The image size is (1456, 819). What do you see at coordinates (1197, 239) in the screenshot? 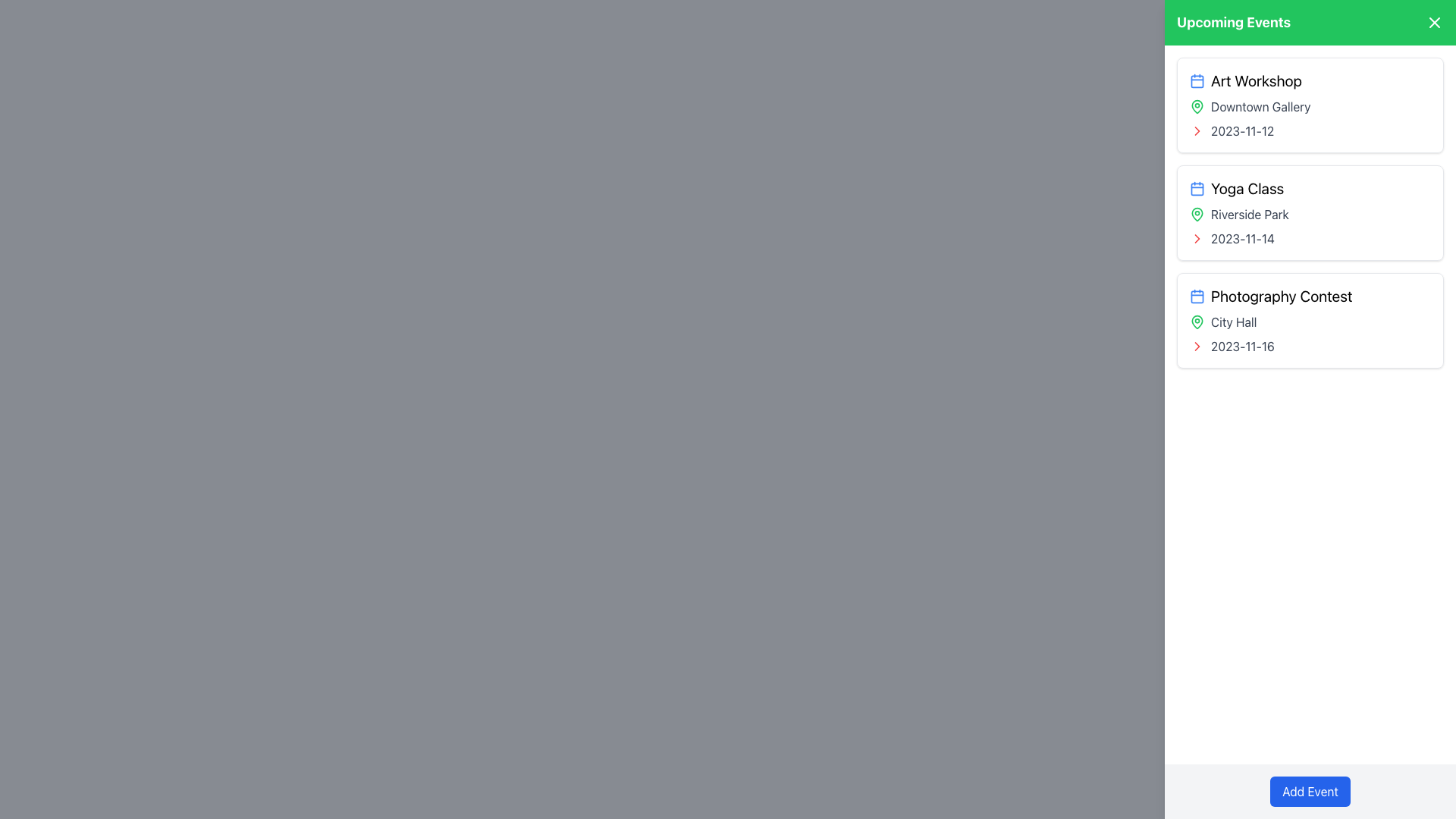
I see `the chevron icon for the 'Yoga Class' event scheduled for '2023-11-14', positioned to the left of the date text` at bounding box center [1197, 239].